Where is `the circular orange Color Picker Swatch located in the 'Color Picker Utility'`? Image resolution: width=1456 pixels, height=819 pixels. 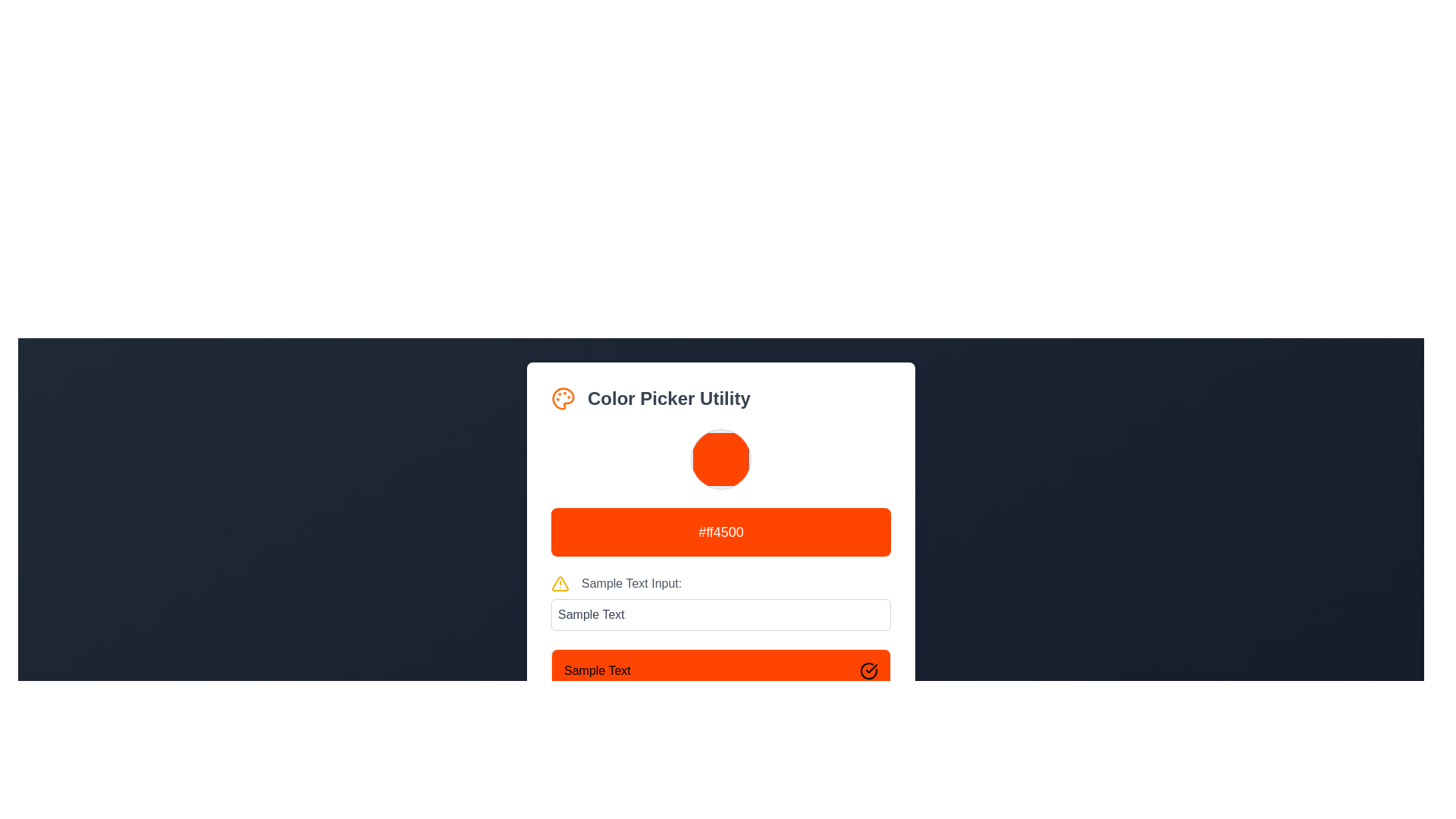 the circular orange Color Picker Swatch located in the 'Color Picker Utility' is located at coordinates (720, 458).